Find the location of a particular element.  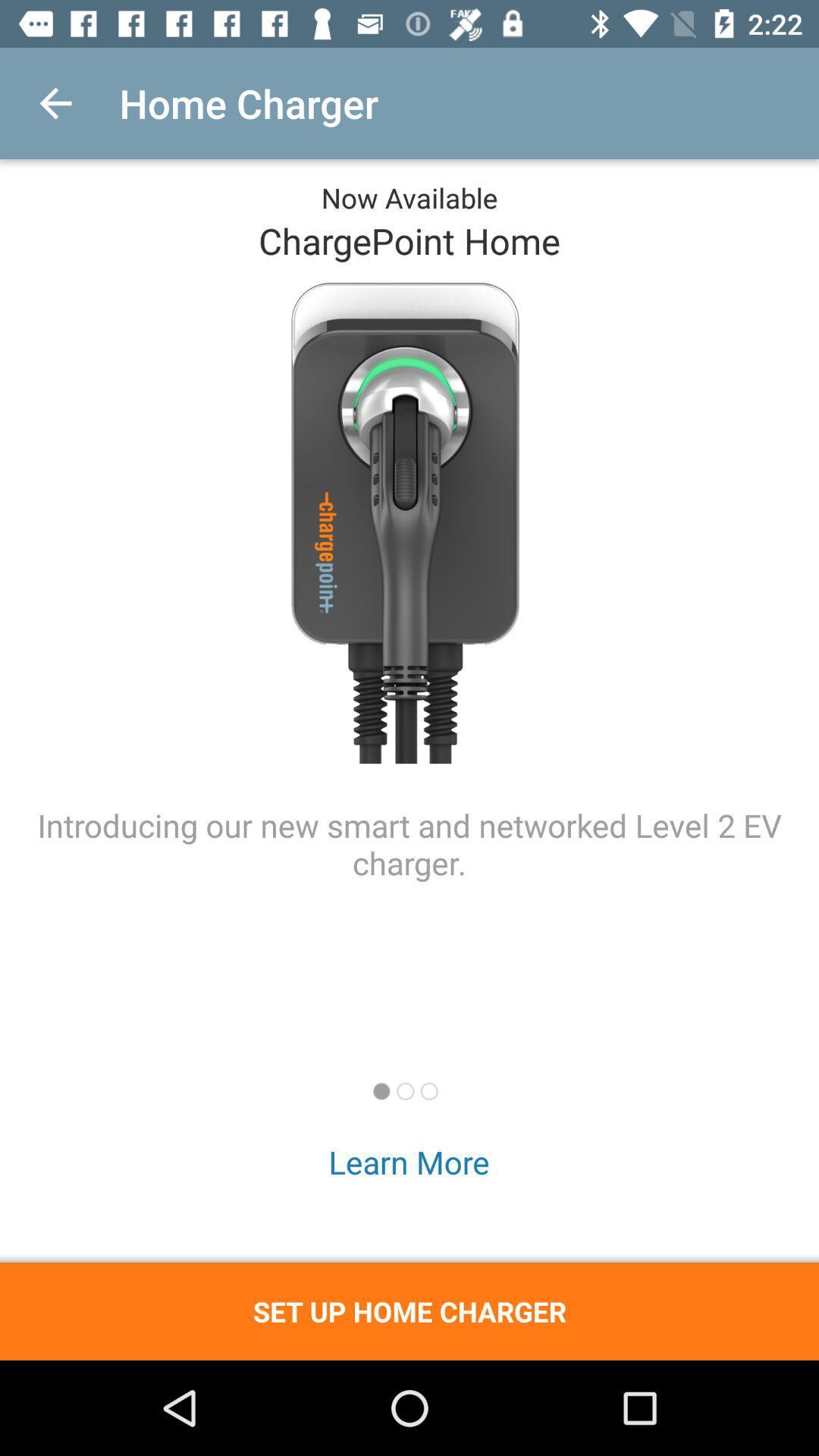

the icon above introducing our new is located at coordinates (55, 102).